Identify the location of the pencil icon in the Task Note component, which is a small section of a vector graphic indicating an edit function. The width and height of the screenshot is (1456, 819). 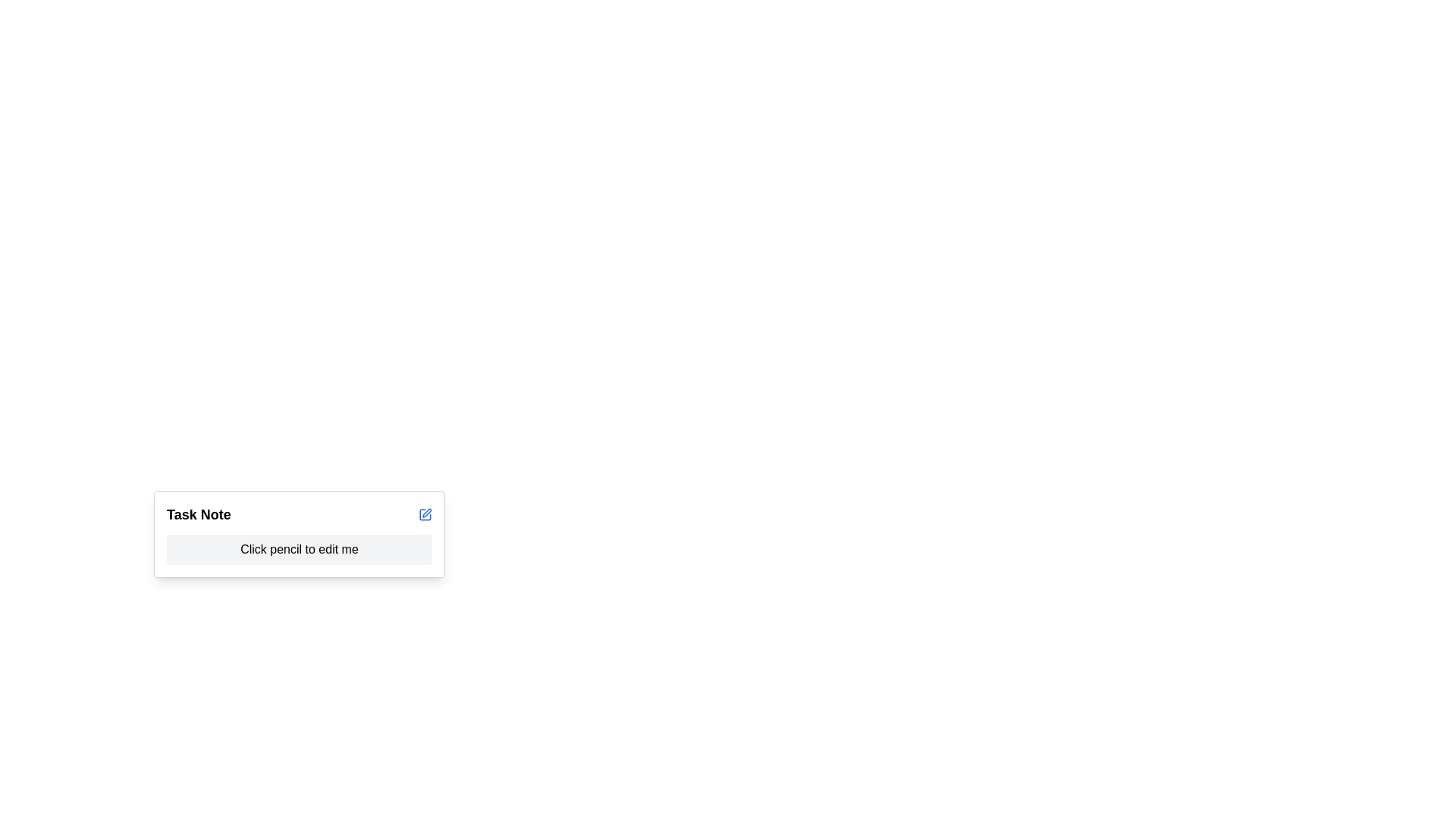
(426, 512).